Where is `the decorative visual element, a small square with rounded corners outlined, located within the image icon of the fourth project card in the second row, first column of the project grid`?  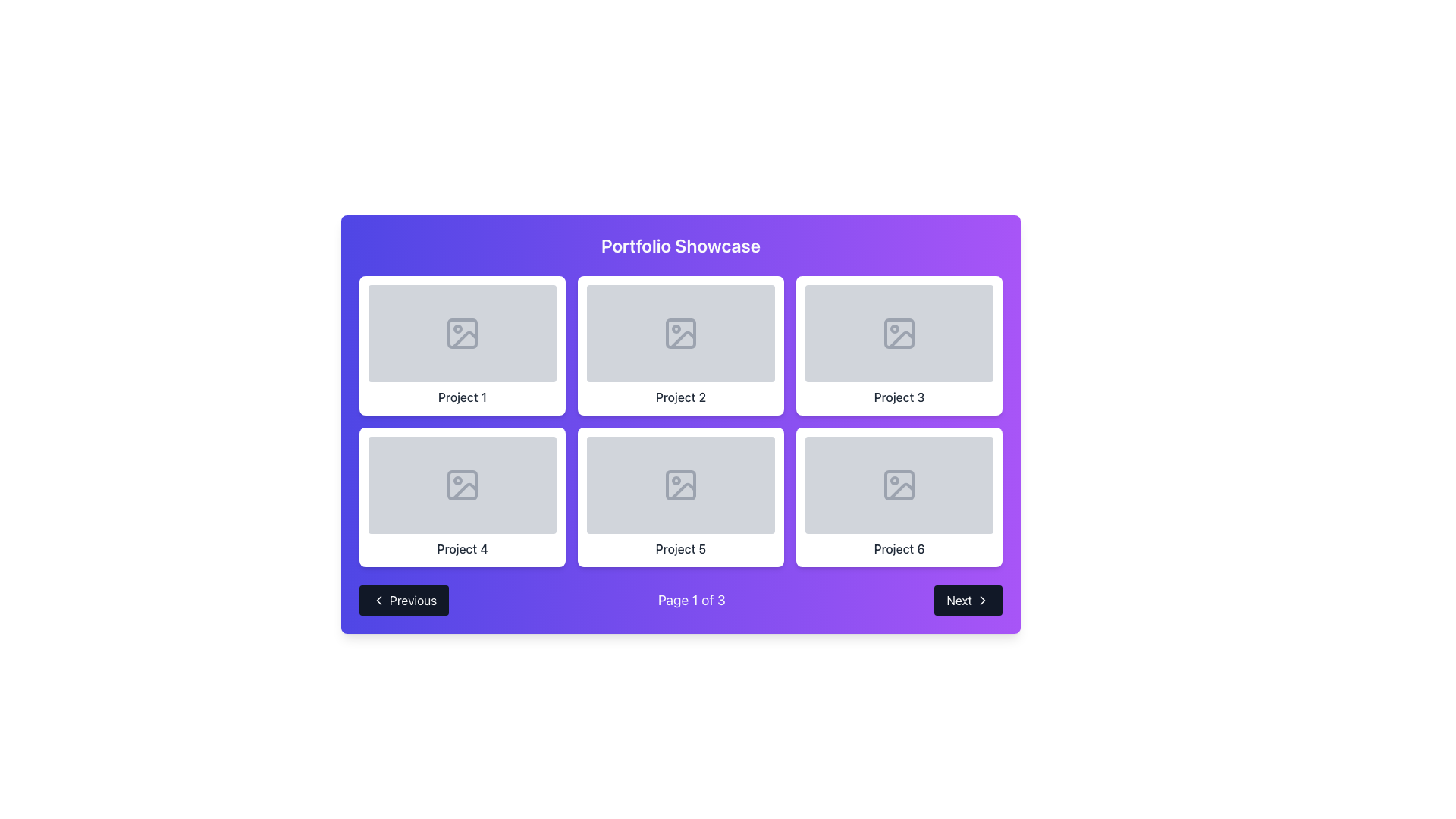
the decorative visual element, a small square with rounded corners outlined, located within the image icon of the fourth project card in the second row, first column of the project grid is located at coordinates (461, 485).